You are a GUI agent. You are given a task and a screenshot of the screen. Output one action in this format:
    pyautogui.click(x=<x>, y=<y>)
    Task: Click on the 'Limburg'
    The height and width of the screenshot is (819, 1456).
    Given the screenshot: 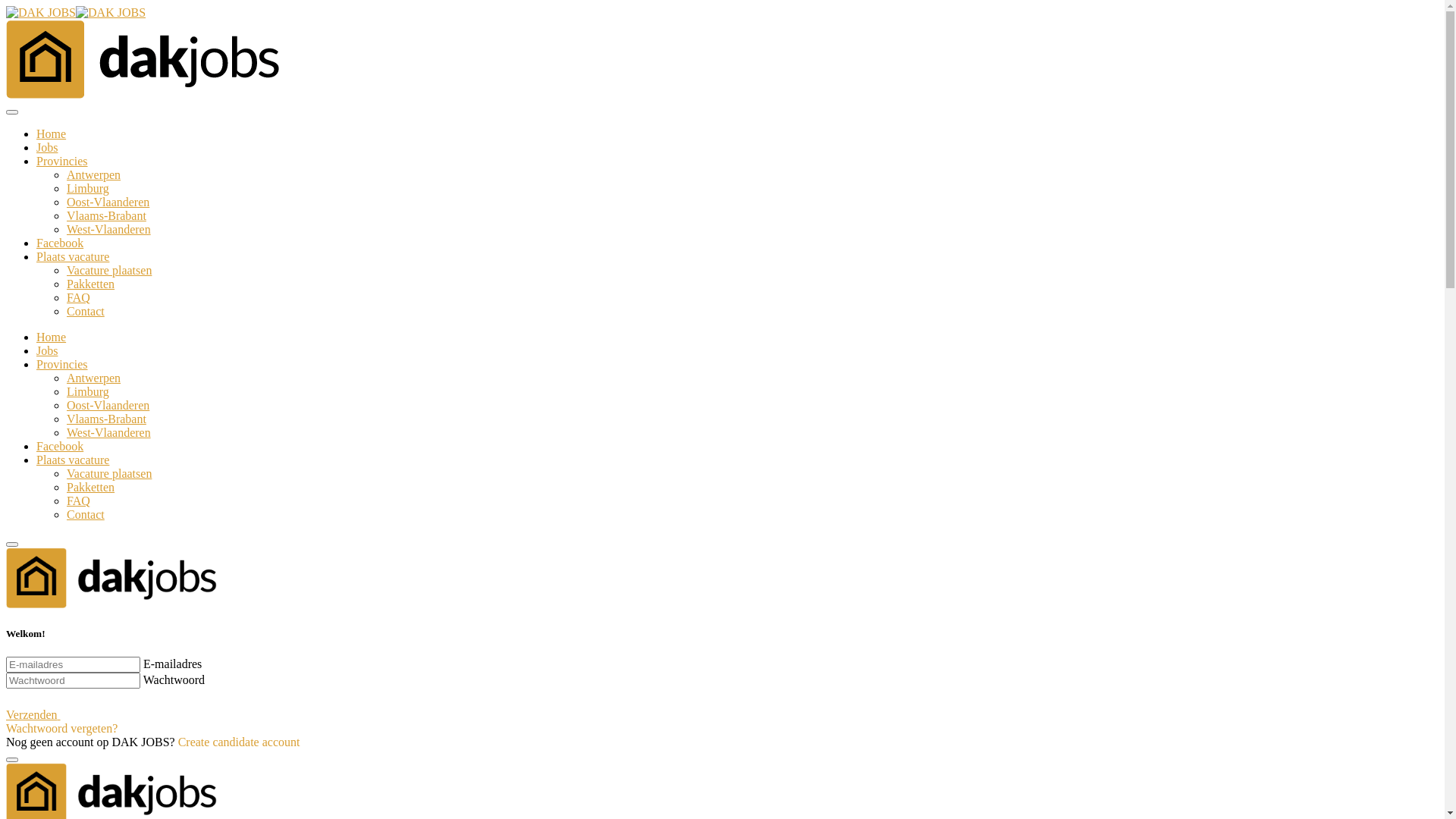 What is the action you would take?
    pyautogui.click(x=86, y=187)
    